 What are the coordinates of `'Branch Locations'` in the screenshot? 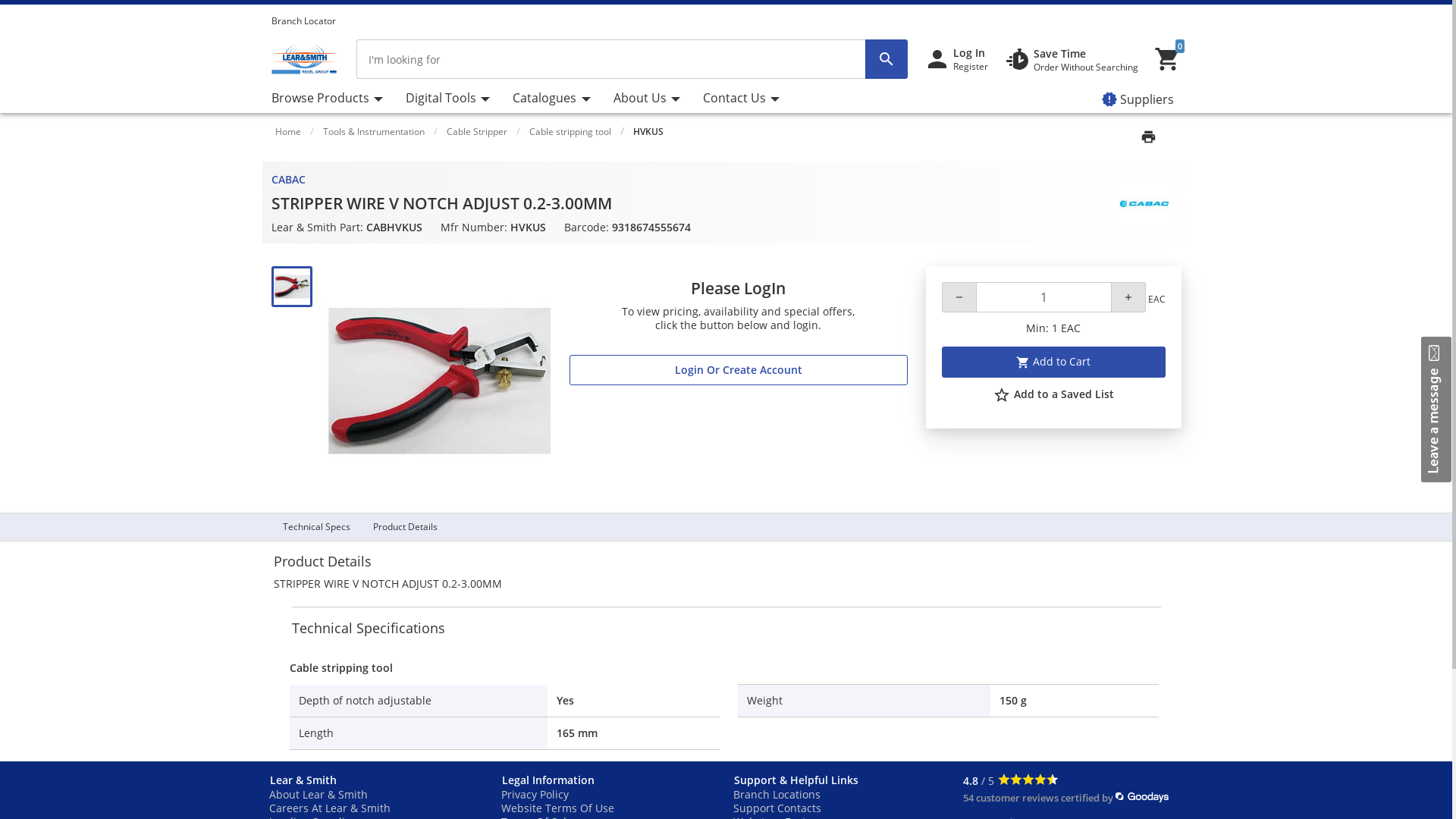 It's located at (776, 793).